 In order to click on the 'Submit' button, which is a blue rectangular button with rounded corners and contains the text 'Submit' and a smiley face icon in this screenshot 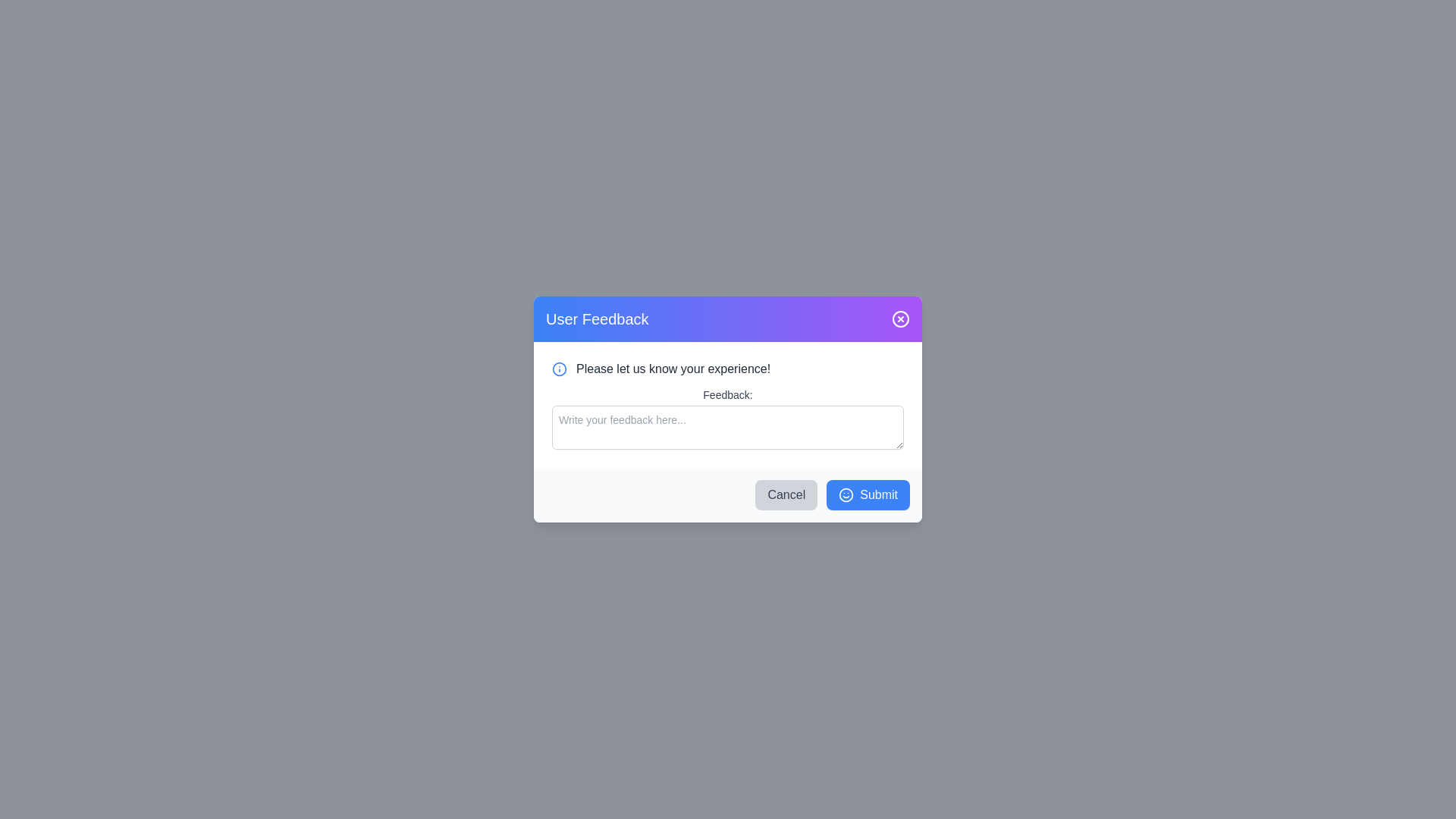, I will do `click(868, 494)`.